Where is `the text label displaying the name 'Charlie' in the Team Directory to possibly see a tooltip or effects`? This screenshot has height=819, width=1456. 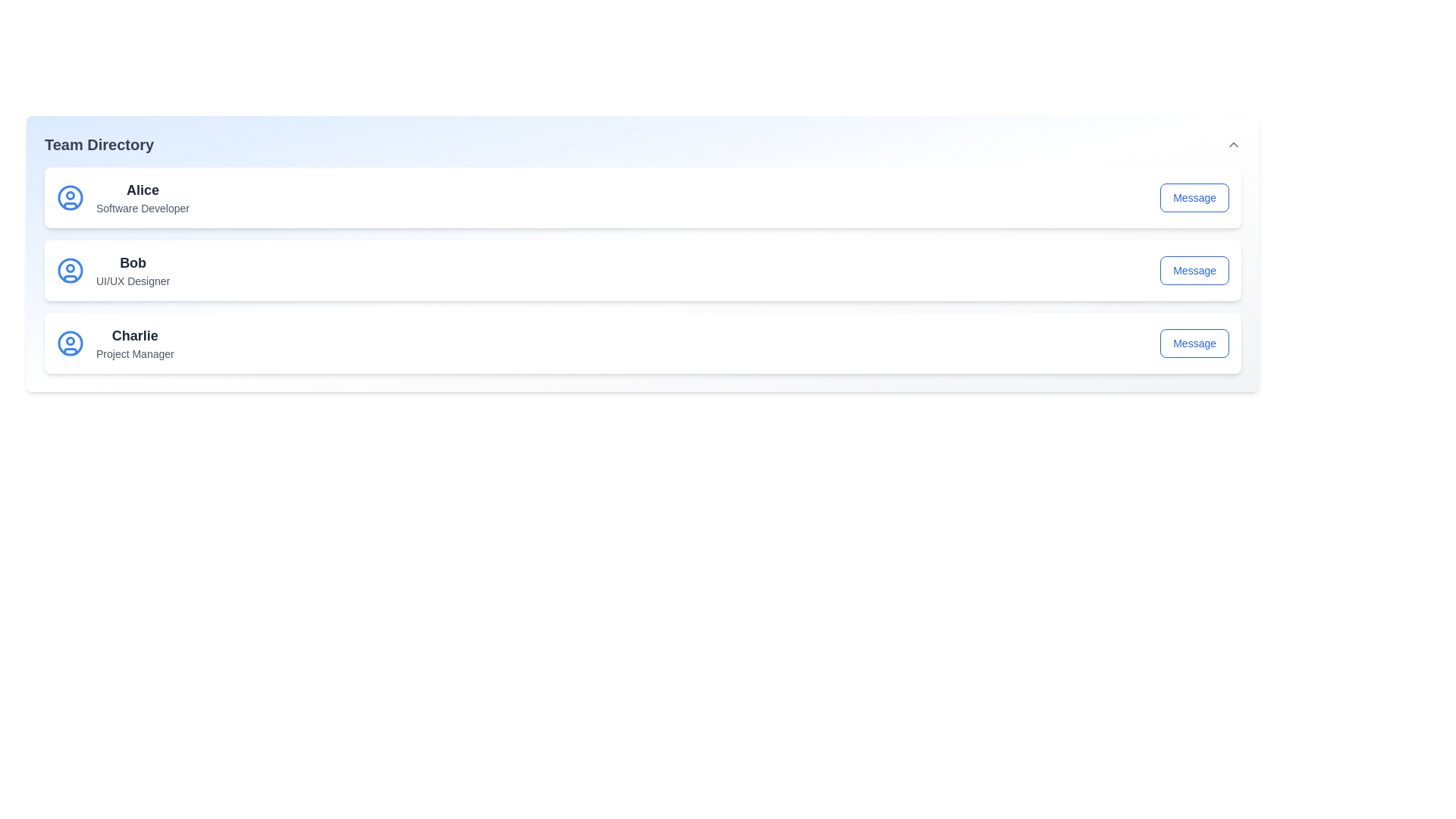
the text label displaying the name 'Charlie' in the Team Directory to possibly see a tooltip or effects is located at coordinates (135, 335).